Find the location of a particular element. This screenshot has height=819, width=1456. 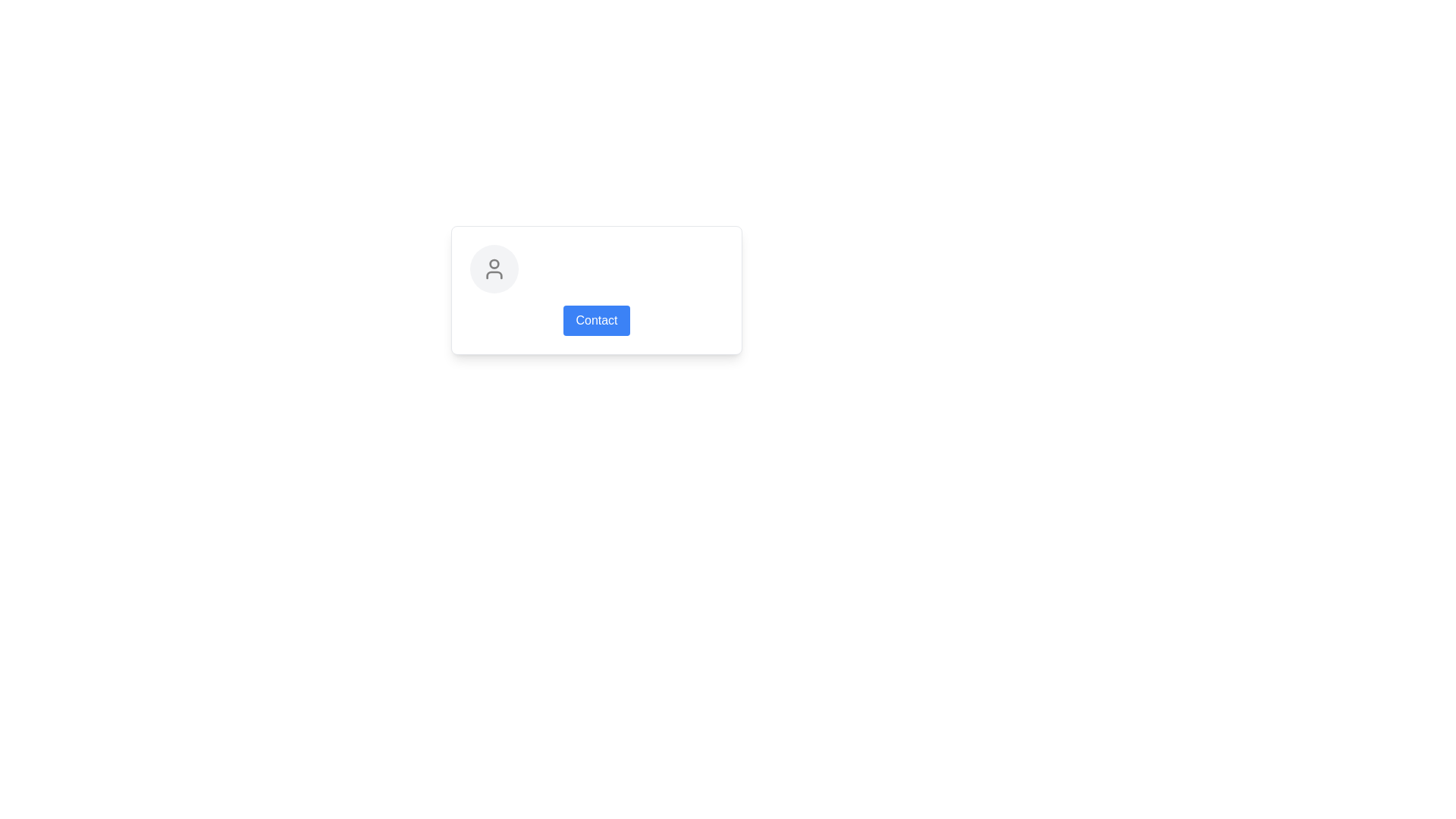

the circular representation of the head within the user icon, which is part of the user profile image in the SVG element is located at coordinates (494, 262).